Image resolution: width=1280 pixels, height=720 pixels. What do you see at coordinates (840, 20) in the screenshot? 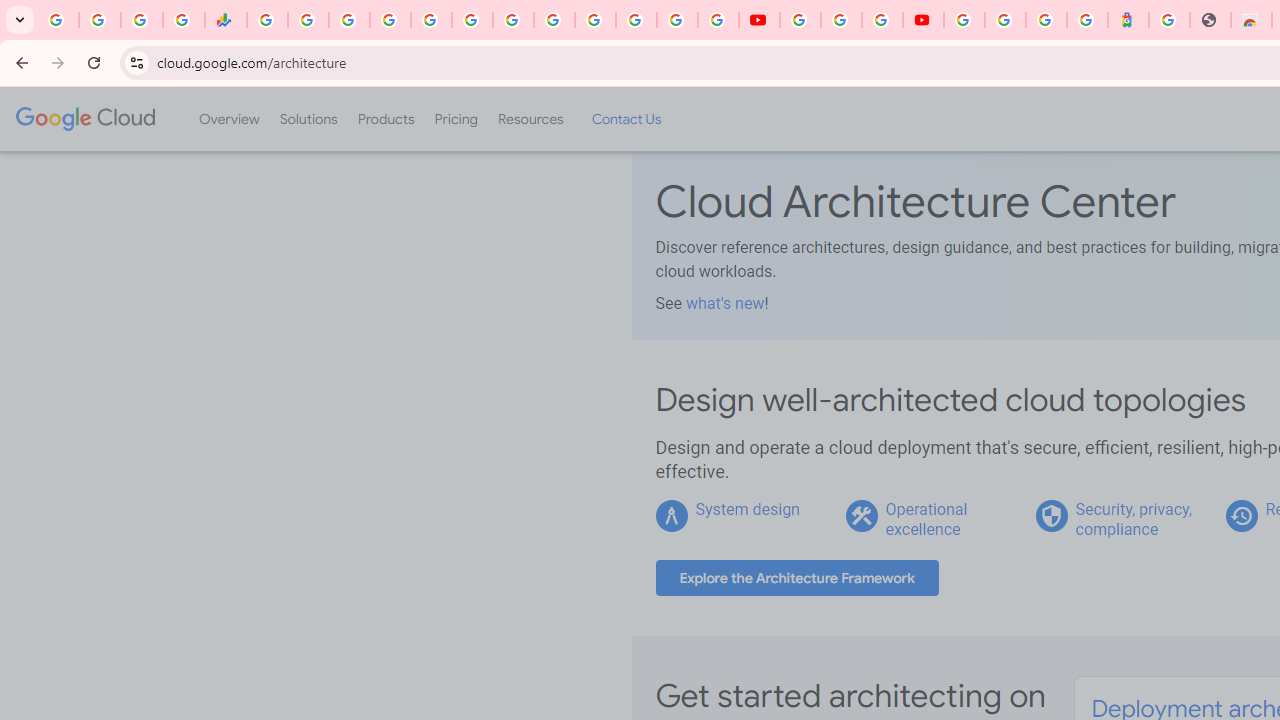
I see `'Google Account Help'` at bounding box center [840, 20].